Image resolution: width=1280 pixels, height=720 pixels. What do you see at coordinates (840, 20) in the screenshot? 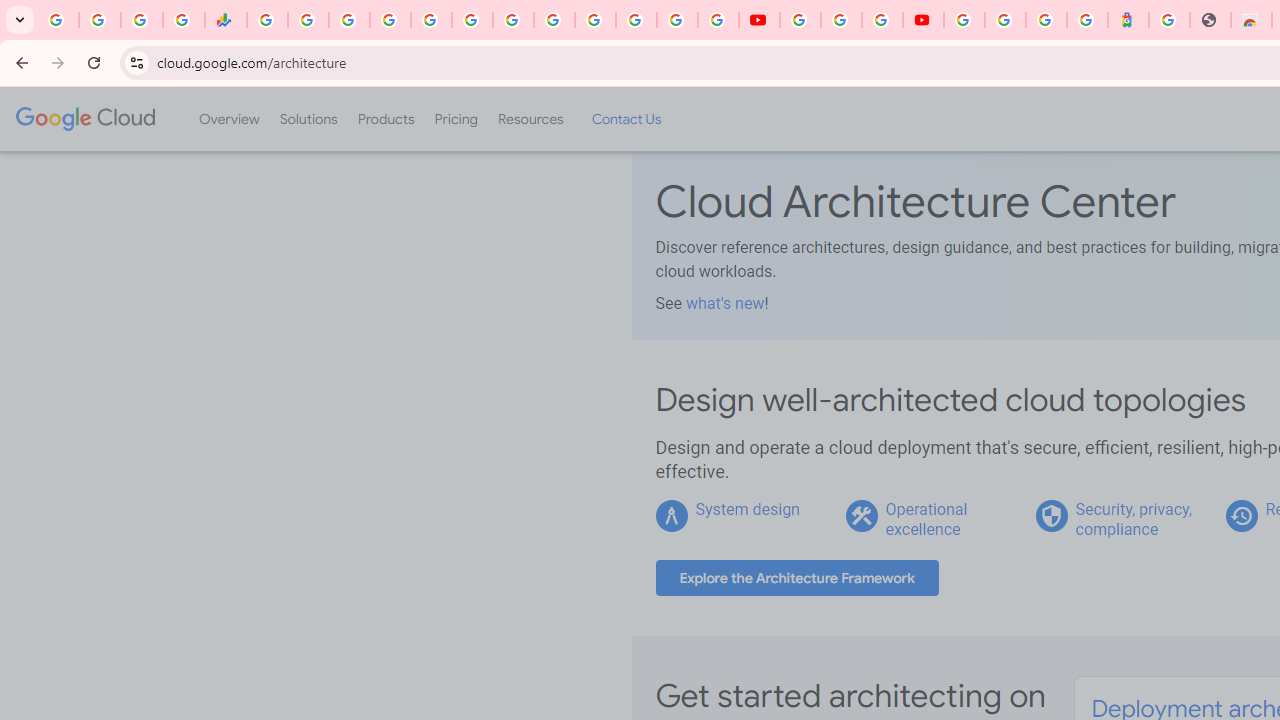
I see `'Google Account Help'` at bounding box center [840, 20].